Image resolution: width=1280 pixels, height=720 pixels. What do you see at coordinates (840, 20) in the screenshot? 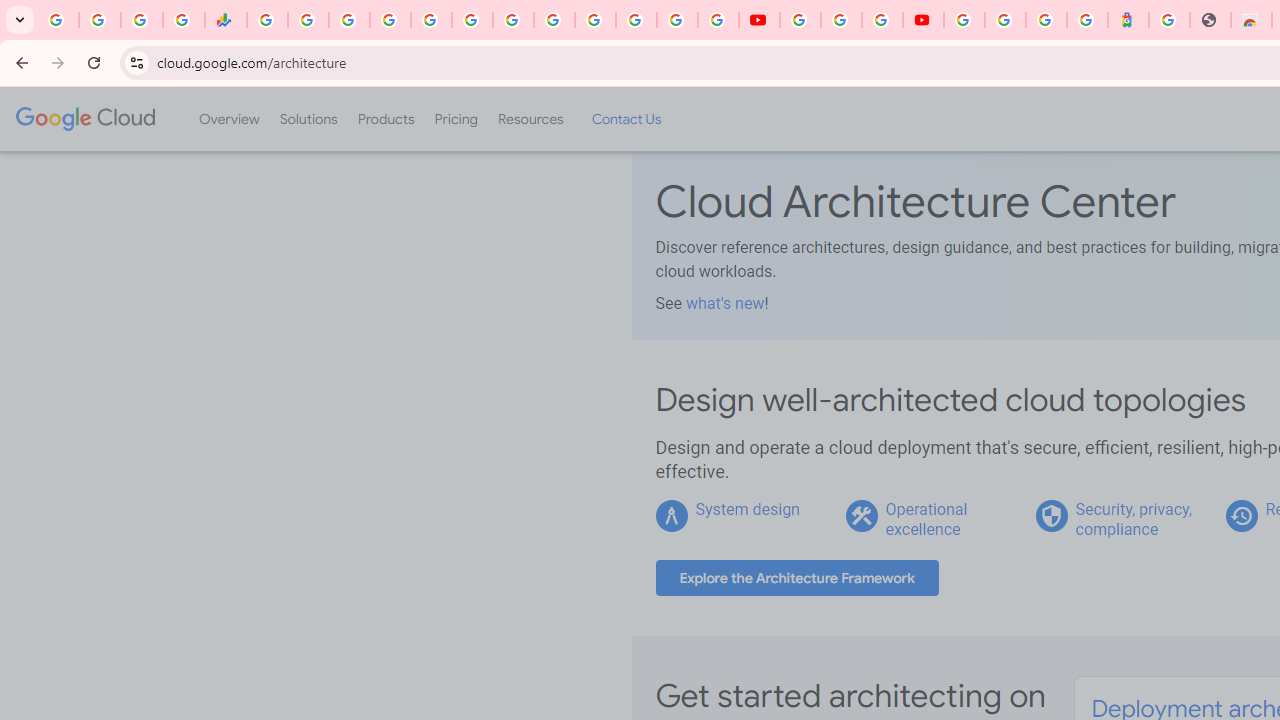
I see `'Google Account Help'` at bounding box center [840, 20].